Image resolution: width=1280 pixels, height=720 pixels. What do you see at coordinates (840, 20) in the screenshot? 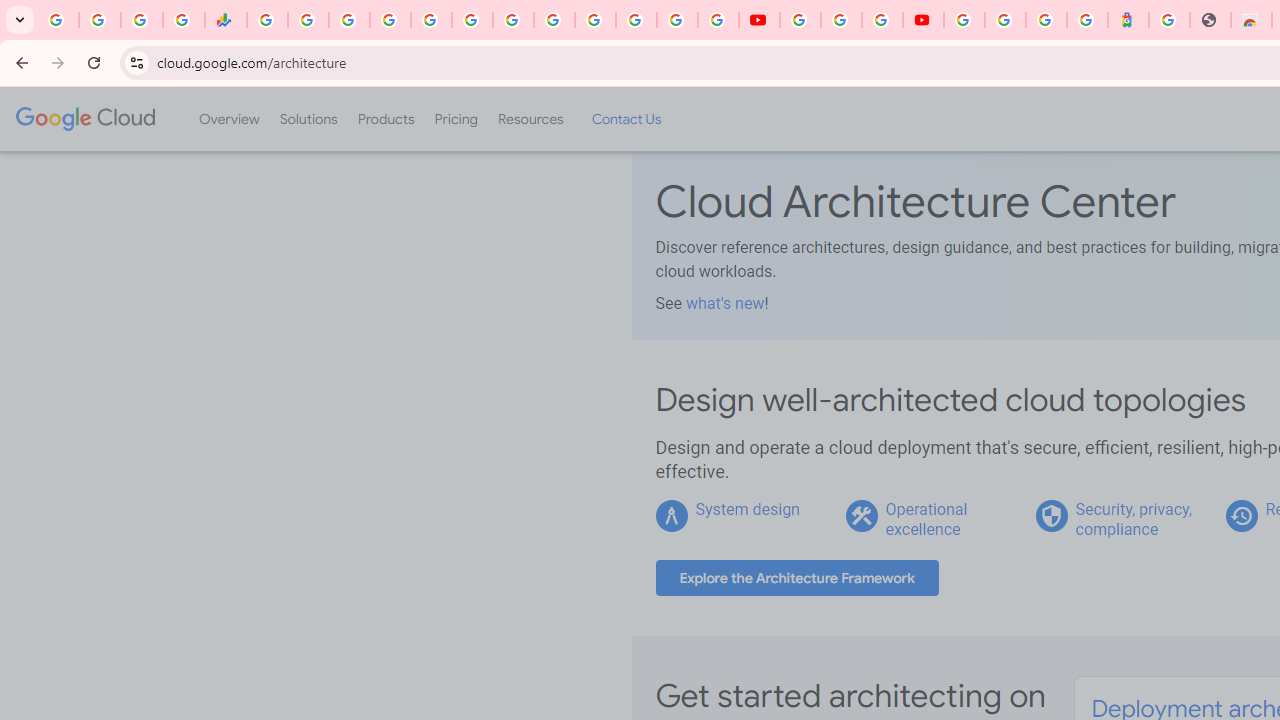
I see `'Google Account Help'` at bounding box center [840, 20].